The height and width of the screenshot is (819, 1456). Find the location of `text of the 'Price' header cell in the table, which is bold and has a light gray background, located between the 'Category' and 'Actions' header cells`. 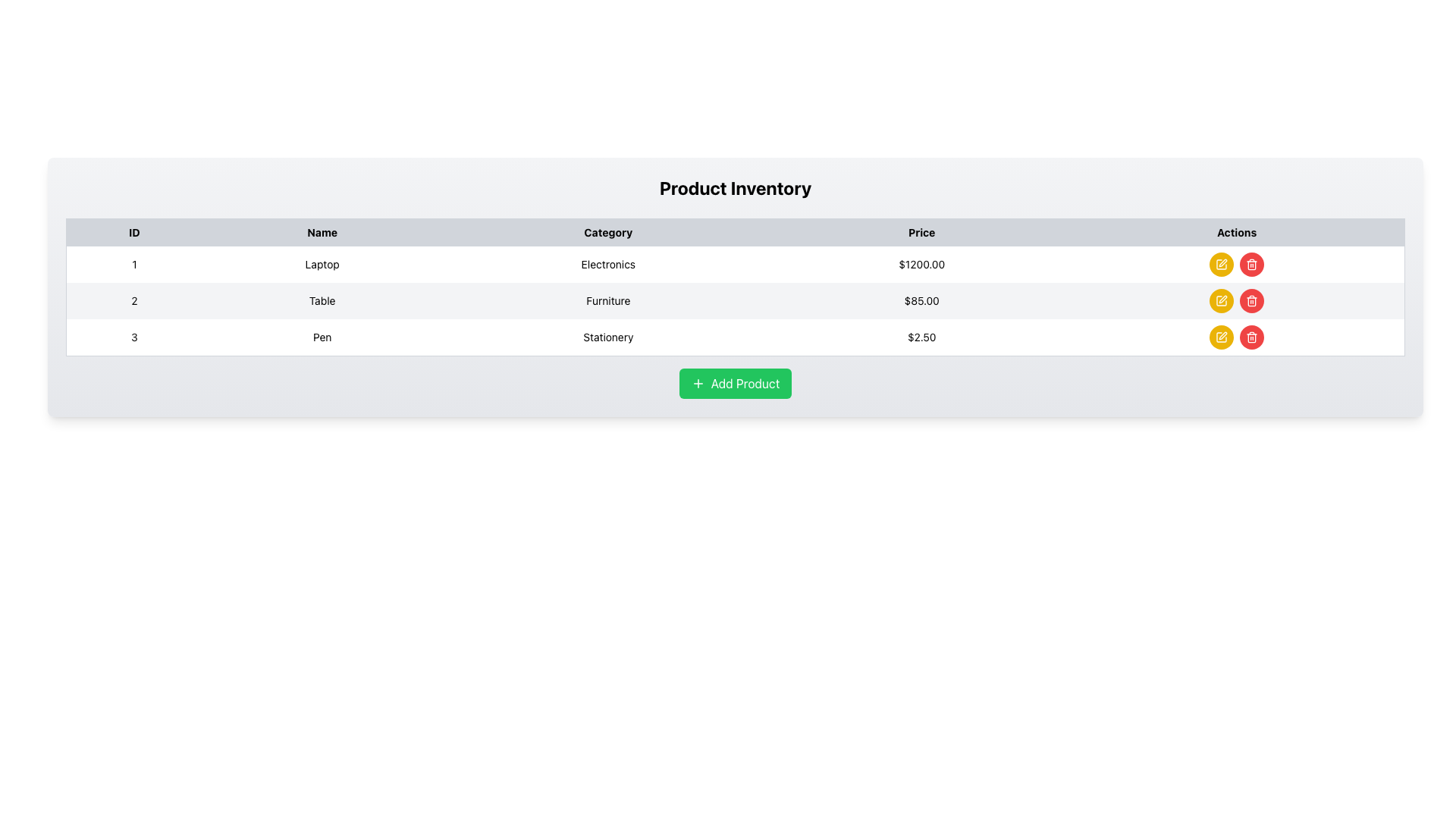

text of the 'Price' header cell in the table, which is bold and has a light gray background, located between the 'Category' and 'Actions' header cells is located at coordinates (921, 232).